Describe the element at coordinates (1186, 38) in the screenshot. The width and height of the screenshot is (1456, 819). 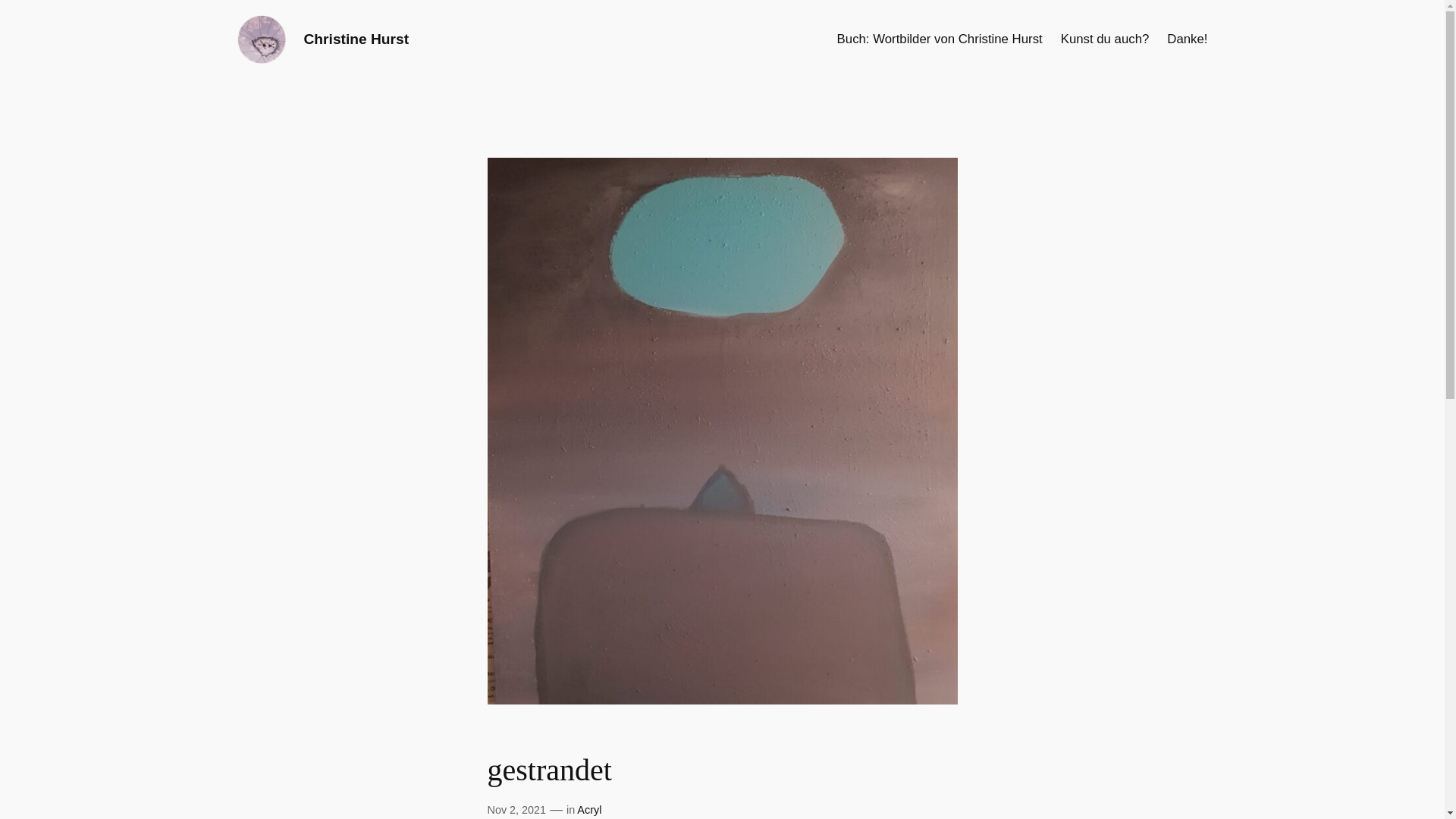
I see `'Danke!'` at that location.